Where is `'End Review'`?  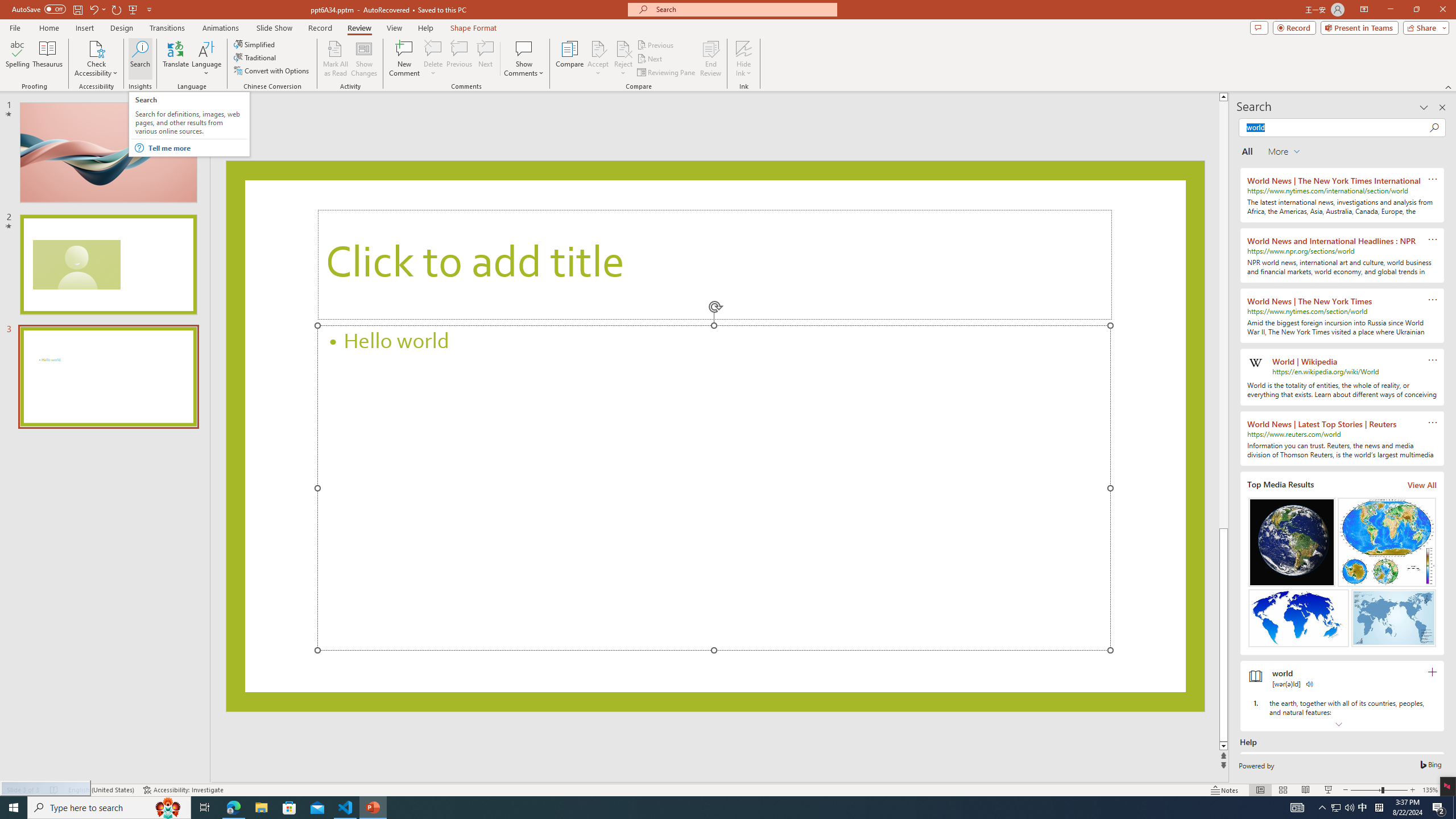 'End Review' is located at coordinates (710, 59).